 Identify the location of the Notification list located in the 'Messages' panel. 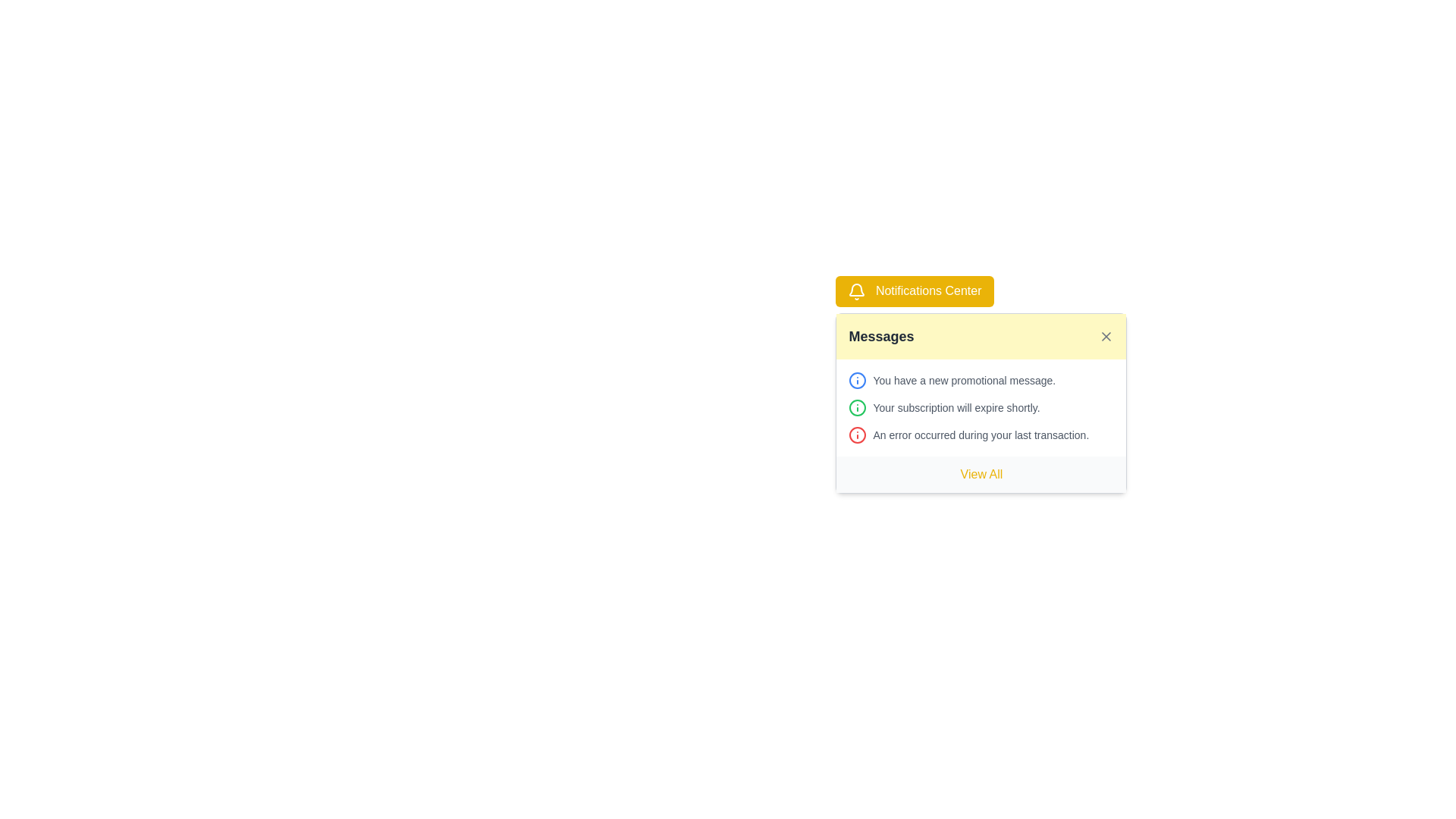
(981, 406).